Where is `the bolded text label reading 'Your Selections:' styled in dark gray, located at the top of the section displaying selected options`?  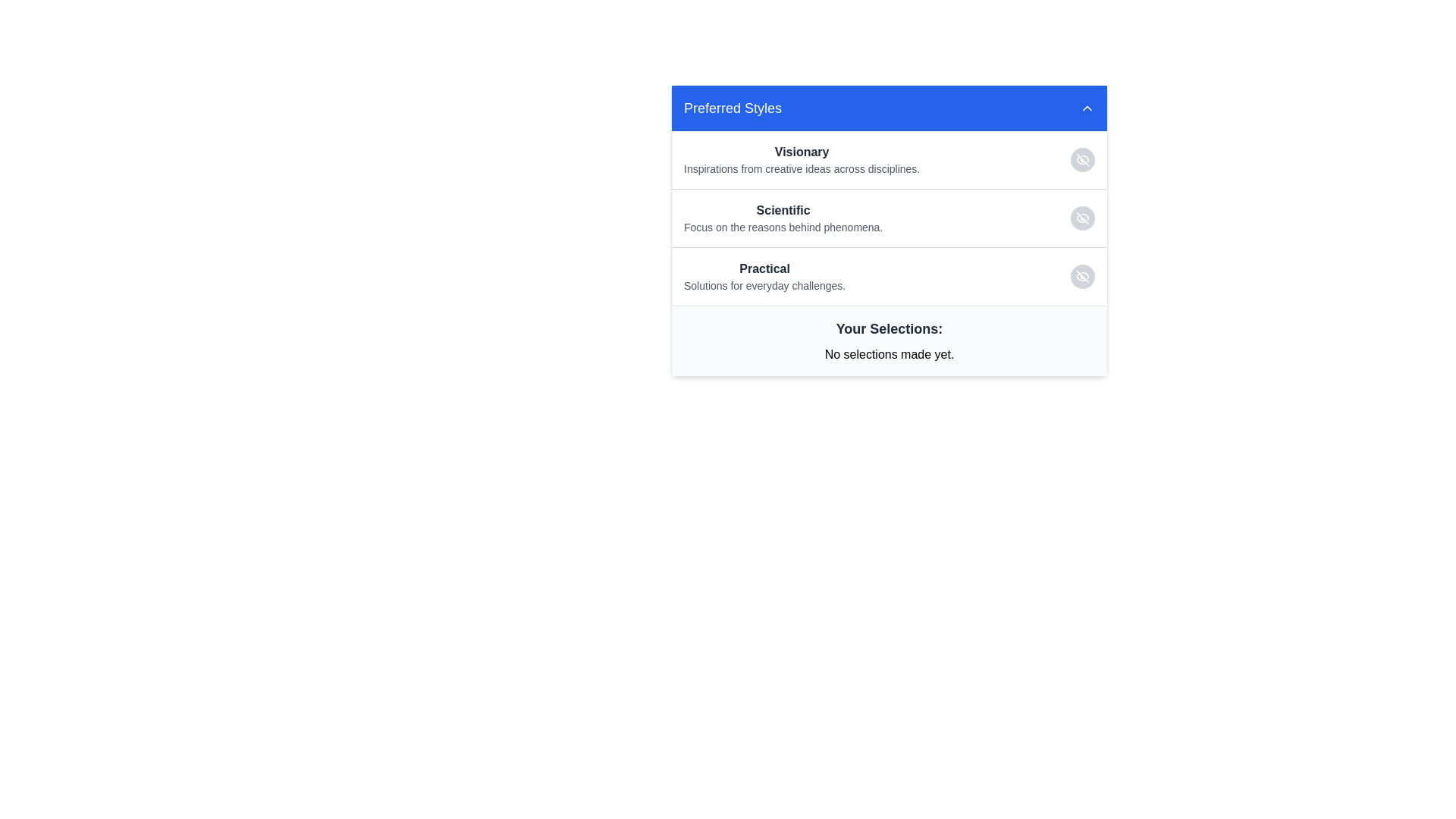 the bolded text label reading 'Your Selections:' styled in dark gray, located at the top of the section displaying selected options is located at coordinates (889, 328).